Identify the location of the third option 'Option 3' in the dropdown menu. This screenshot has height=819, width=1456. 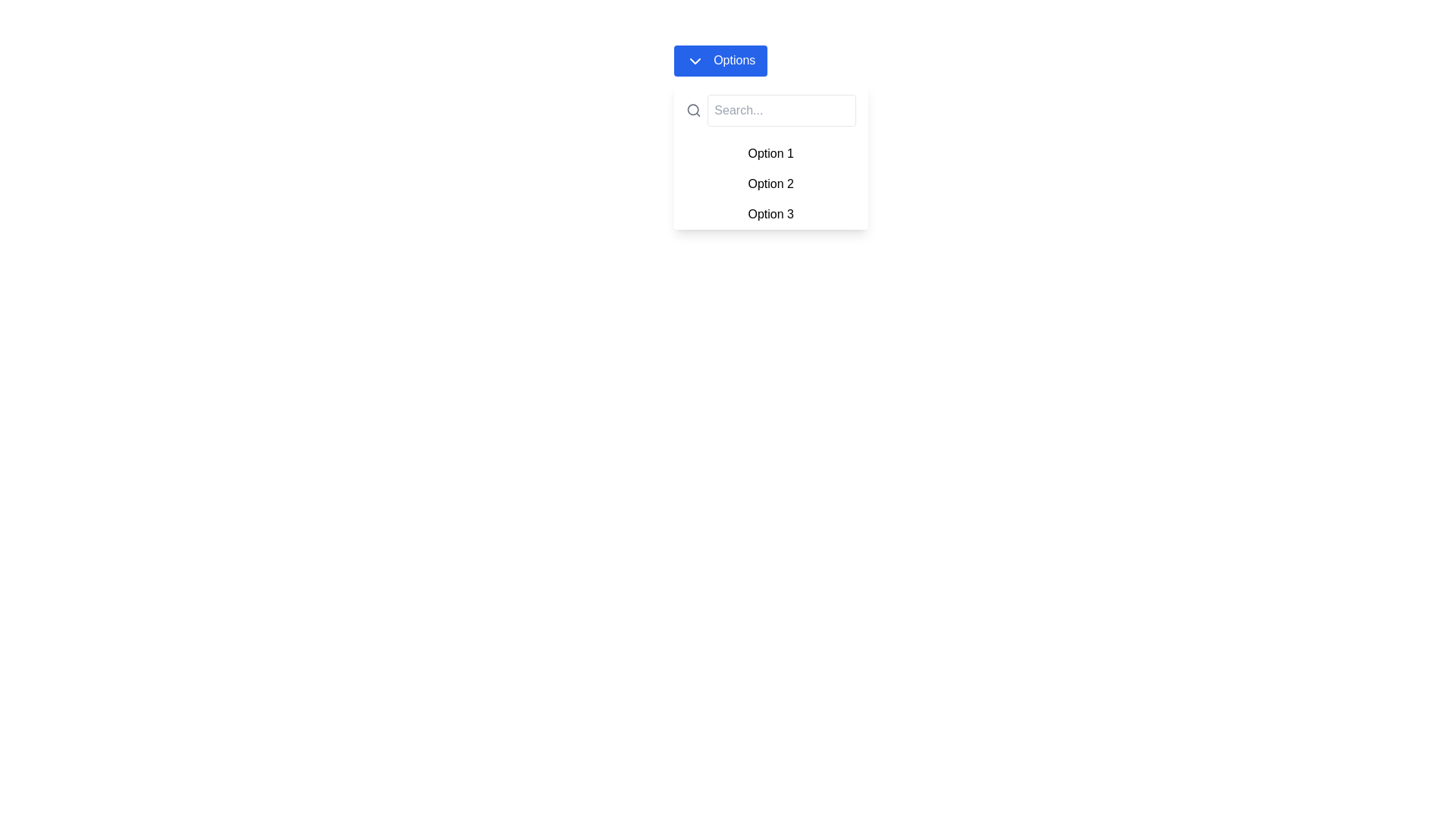
(770, 214).